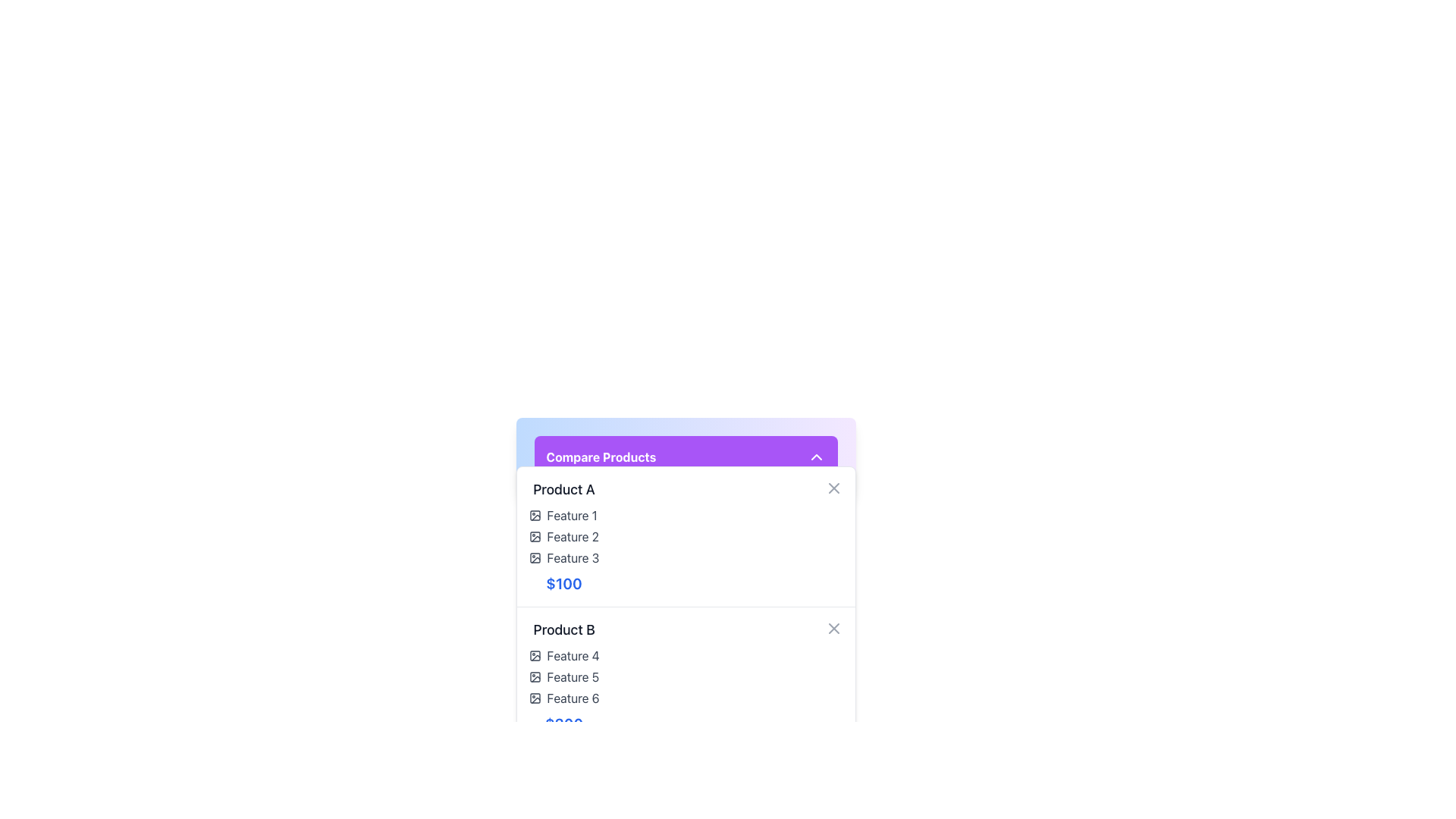 The image size is (1456, 819). Describe the element at coordinates (563, 489) in the screenshot. I see `text content of the header labeled 'Product A', which is prominently displayed in bold and larger font size within the 'Compare Products' panel` at that location.